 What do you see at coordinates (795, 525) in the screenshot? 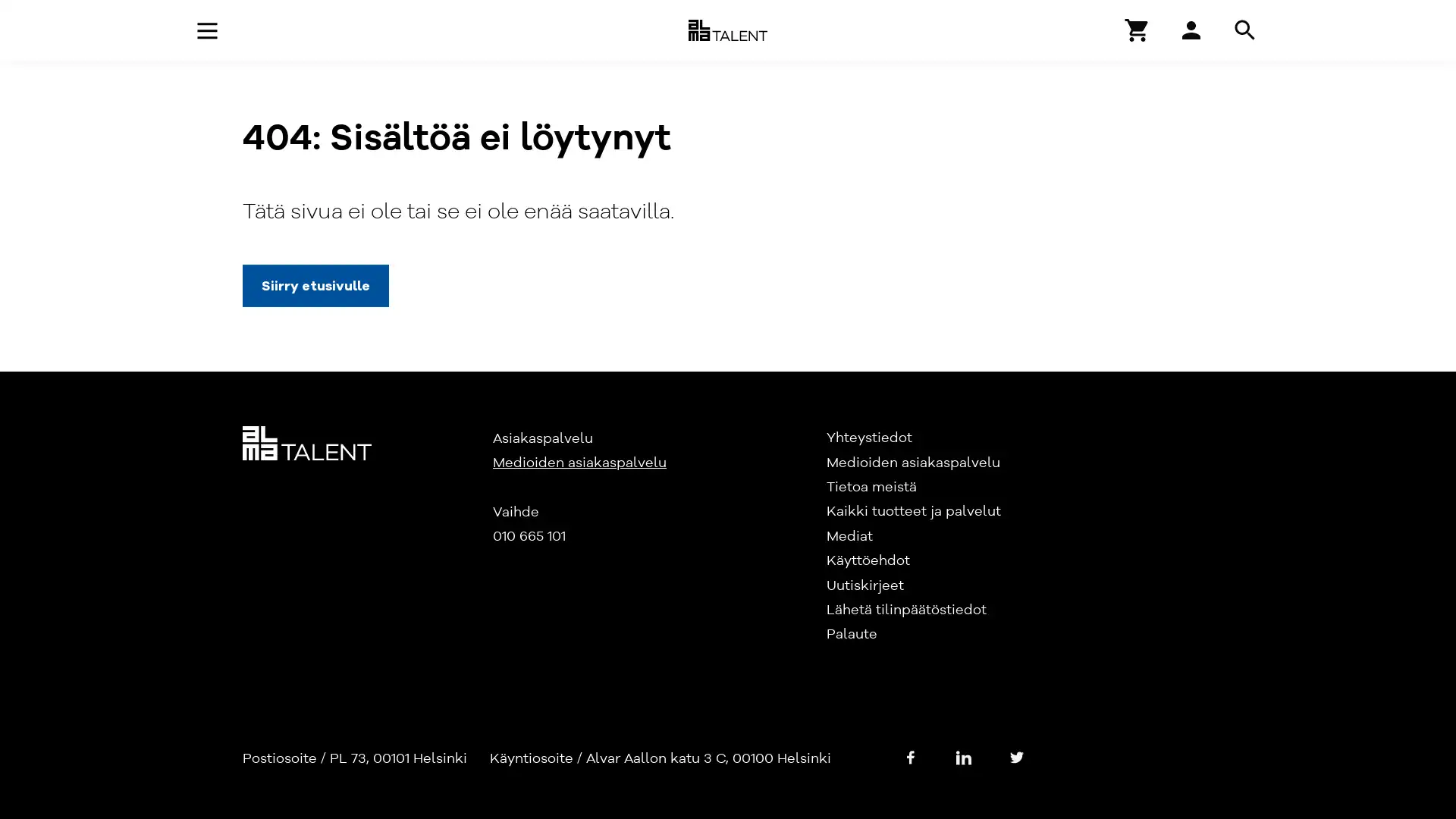
I see `Asetukset` at bounding box center [795, 525].